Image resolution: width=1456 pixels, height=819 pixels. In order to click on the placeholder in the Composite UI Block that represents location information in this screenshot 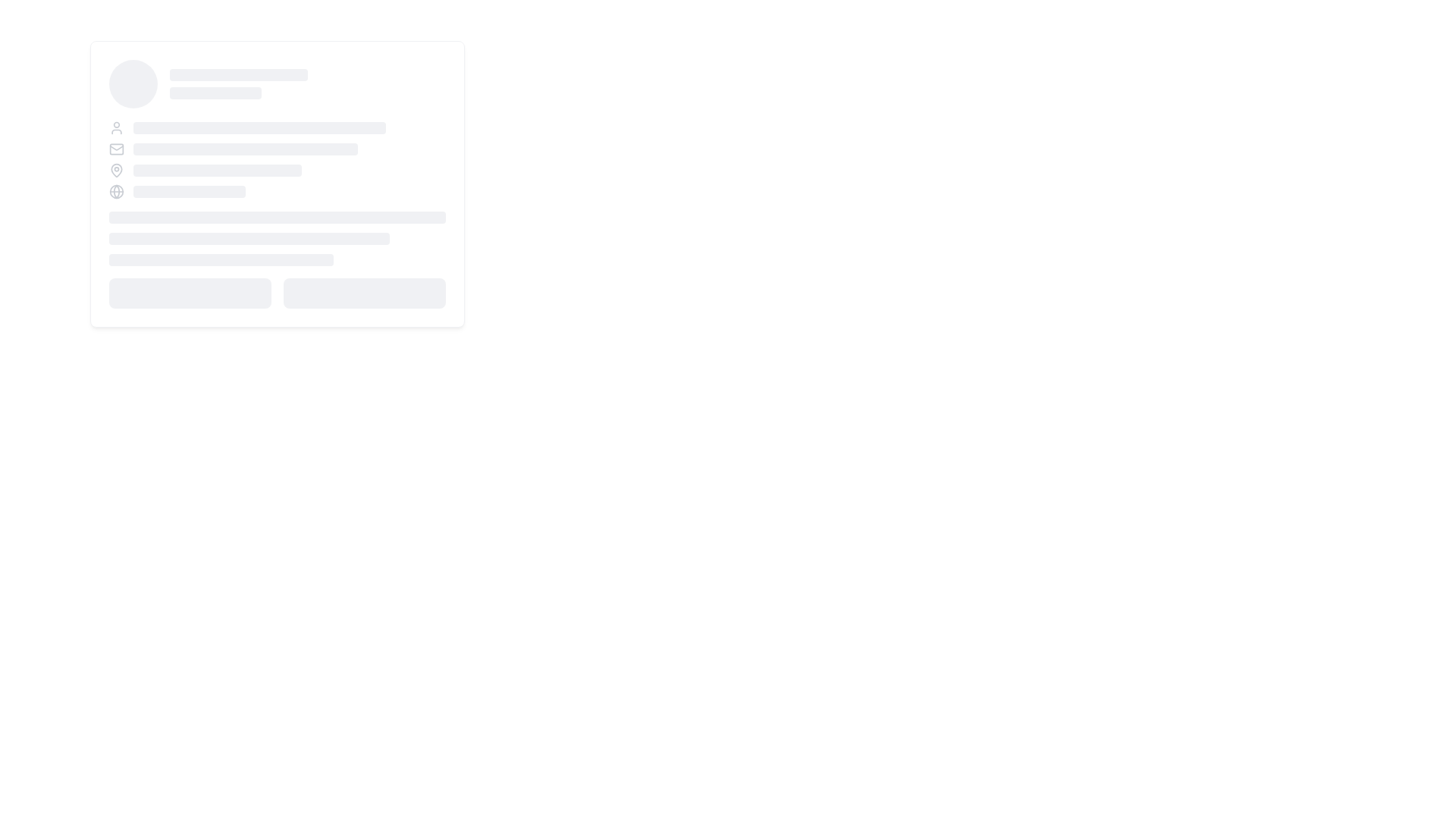, I will do `click(277, 170)`.